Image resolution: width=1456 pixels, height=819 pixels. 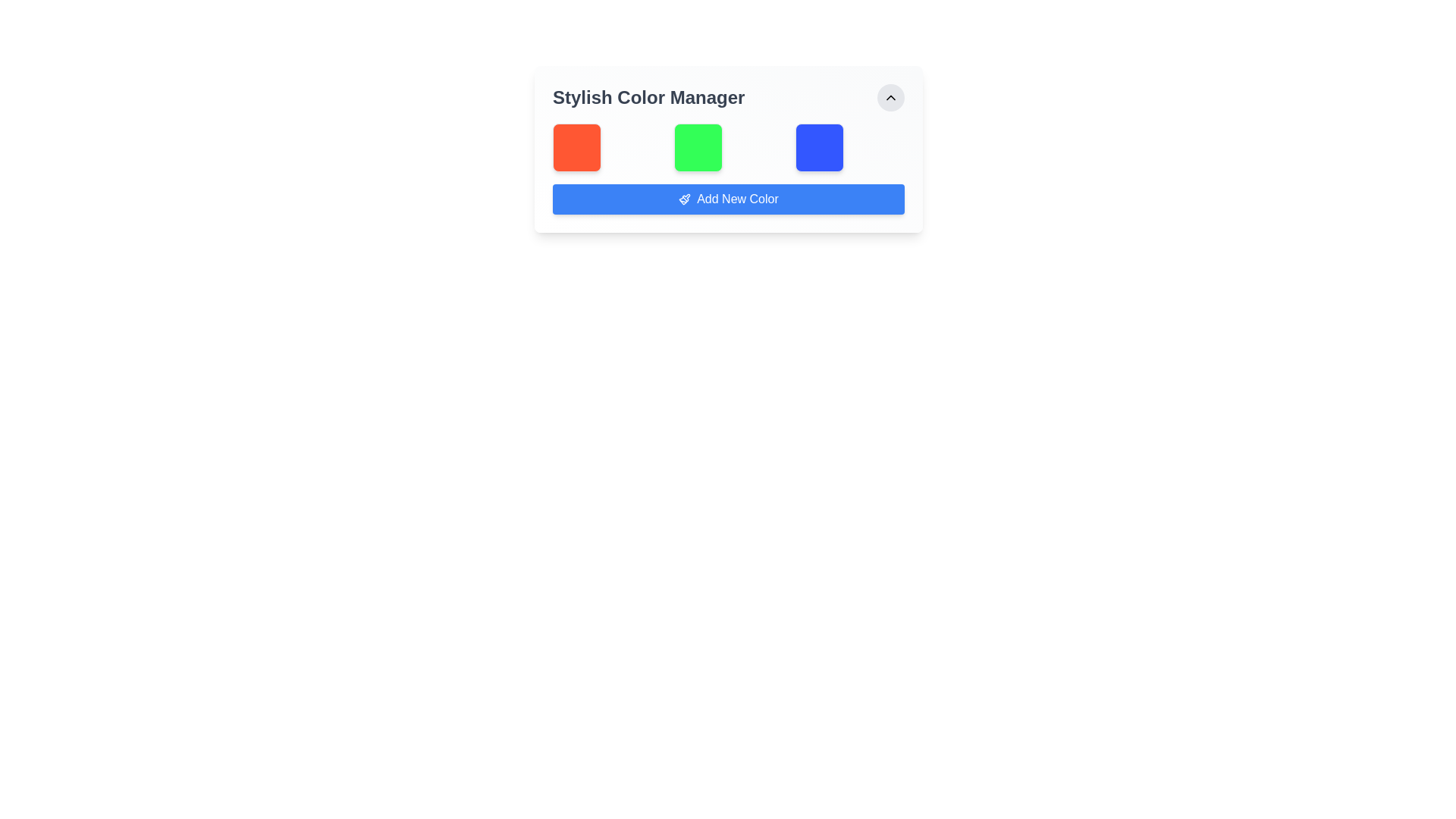 I want to click on the paintbrush icon located to the left of the 'Add New Color' text within the blue button, so click(x=684, y=198).